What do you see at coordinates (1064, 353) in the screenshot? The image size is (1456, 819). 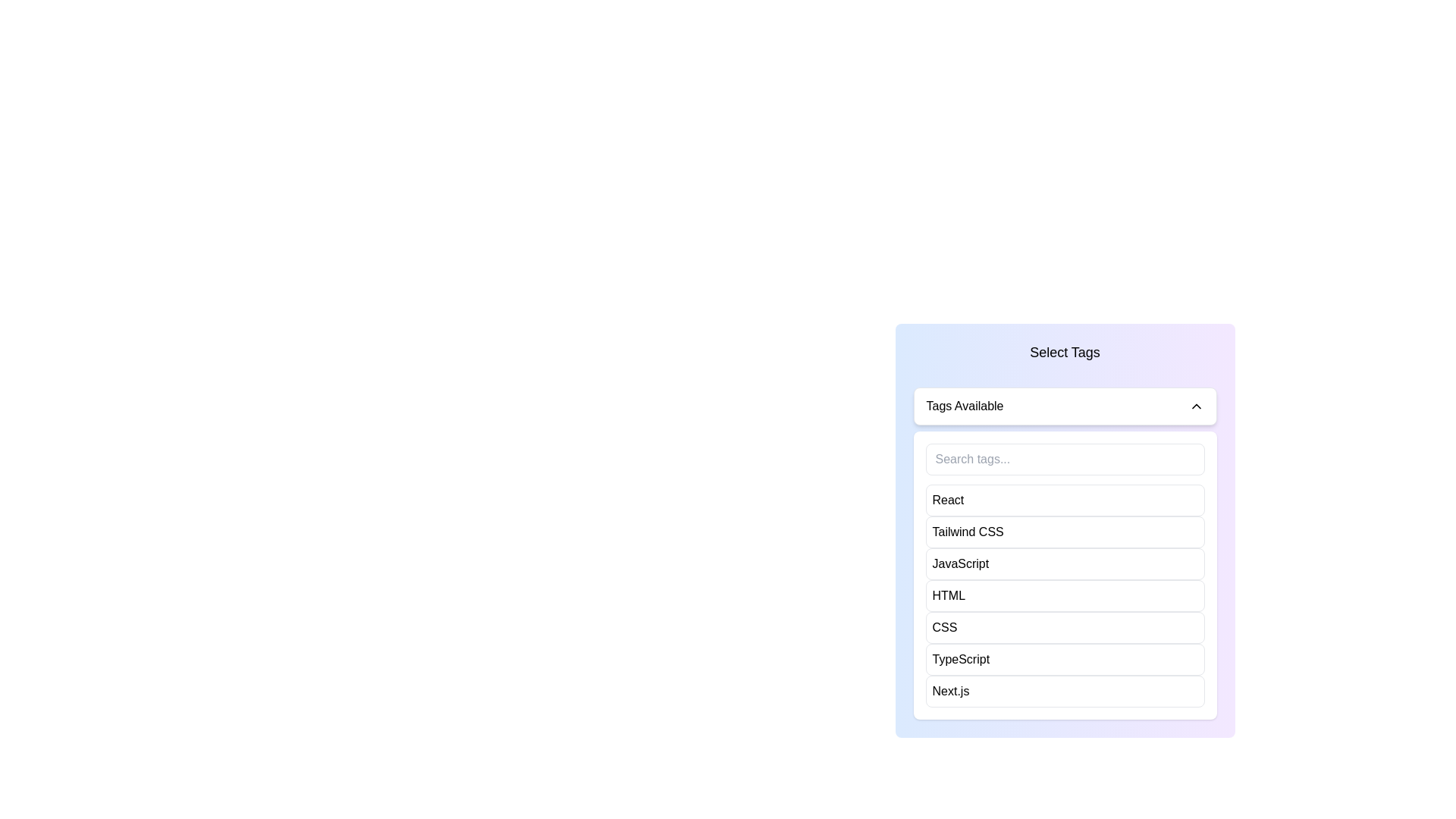 I see `text from the header element that says 'Select Tags', which is prominently displayed as a title above the form section` at bounding box center [1064, 353].